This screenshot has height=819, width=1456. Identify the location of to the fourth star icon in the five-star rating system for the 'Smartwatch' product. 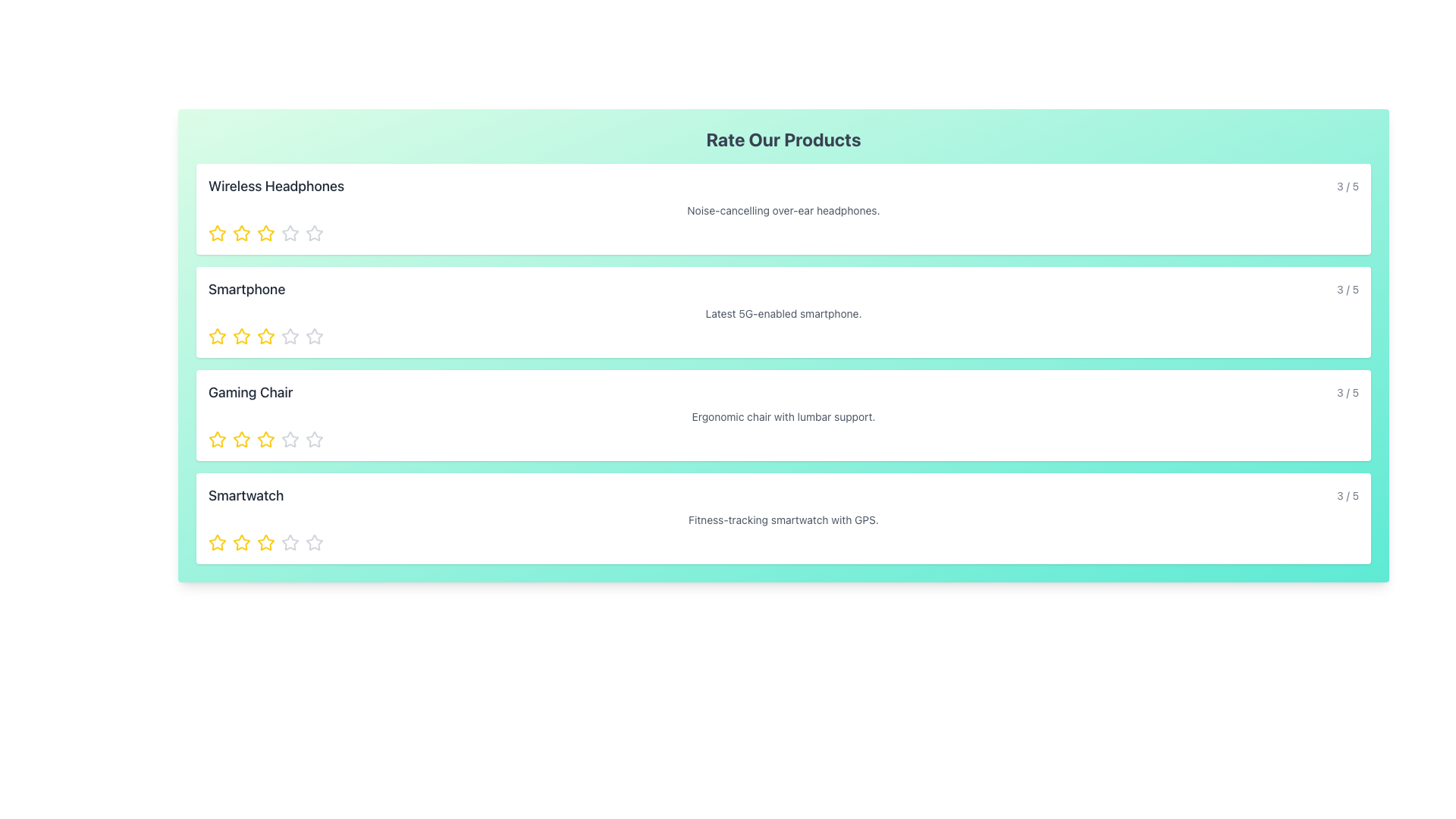
(290, 541).